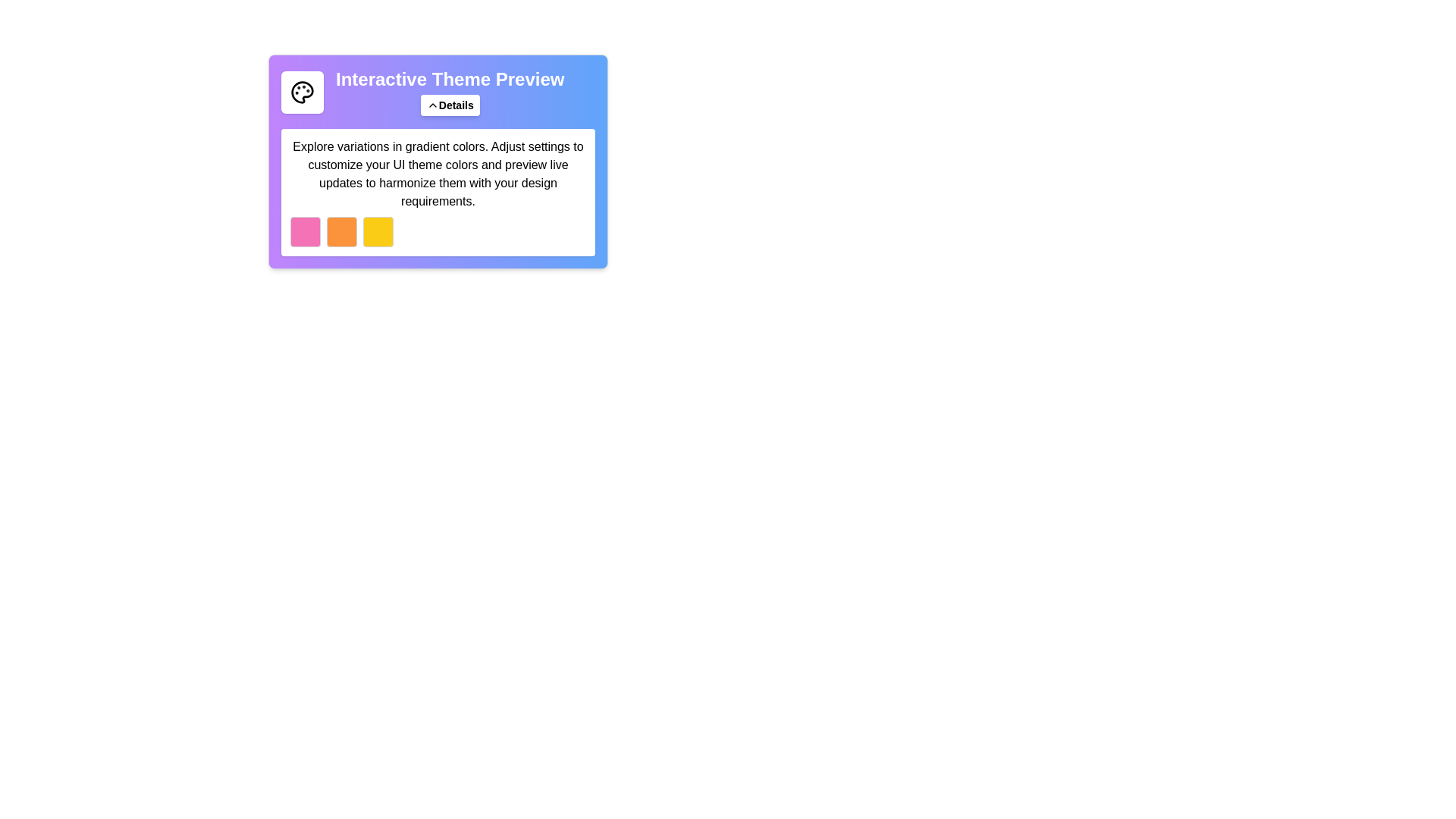 The width and height of the screenshot is (1456, 819). I want to click on the compact, square-shaped UI element with a white background and a black outline of a palette icon, located in the top-left section of the interface, so click(302, 92).